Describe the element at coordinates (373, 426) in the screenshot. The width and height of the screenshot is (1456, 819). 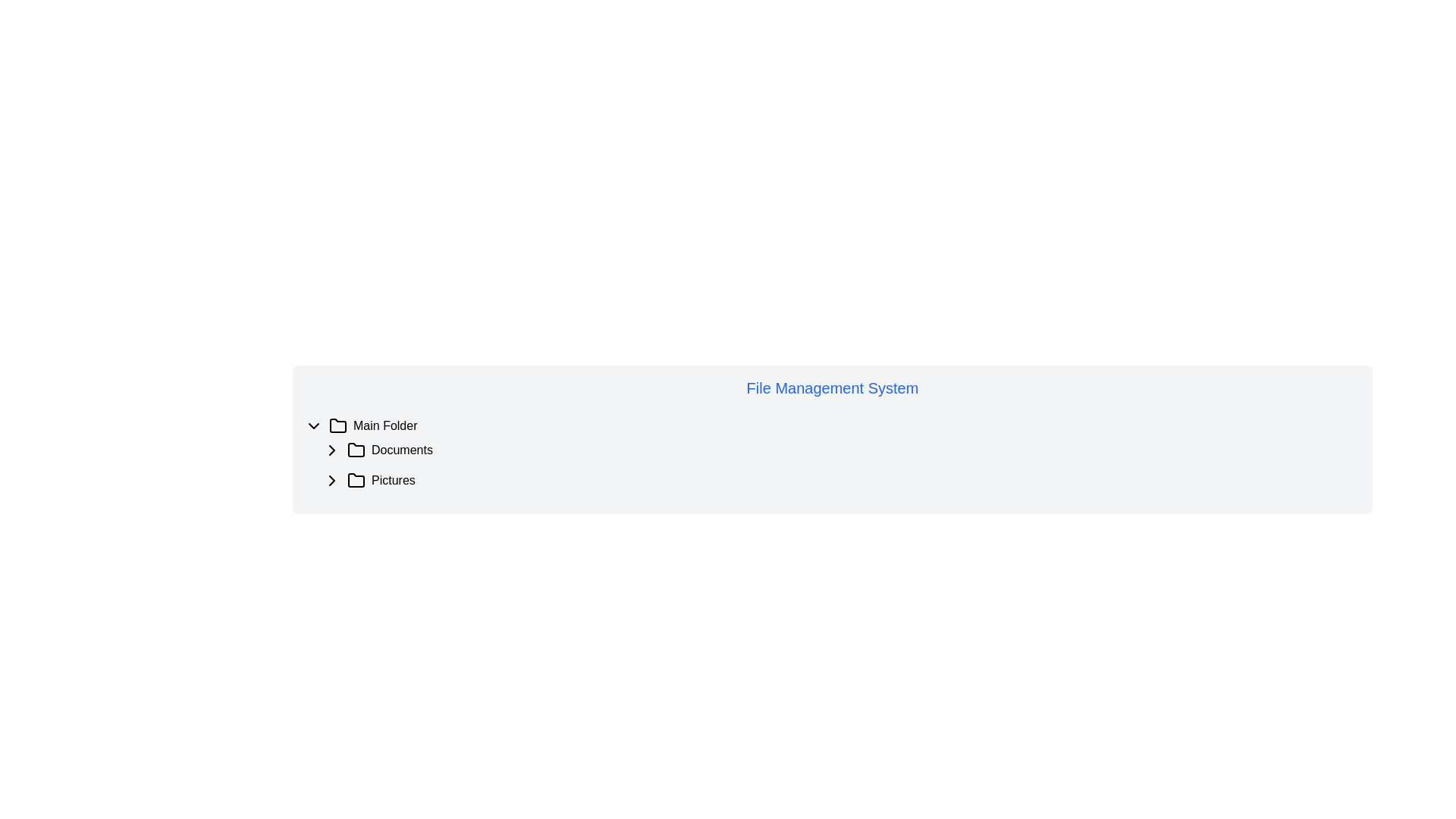
I see `on the 'Main Folder' item in the file management system` at that location.